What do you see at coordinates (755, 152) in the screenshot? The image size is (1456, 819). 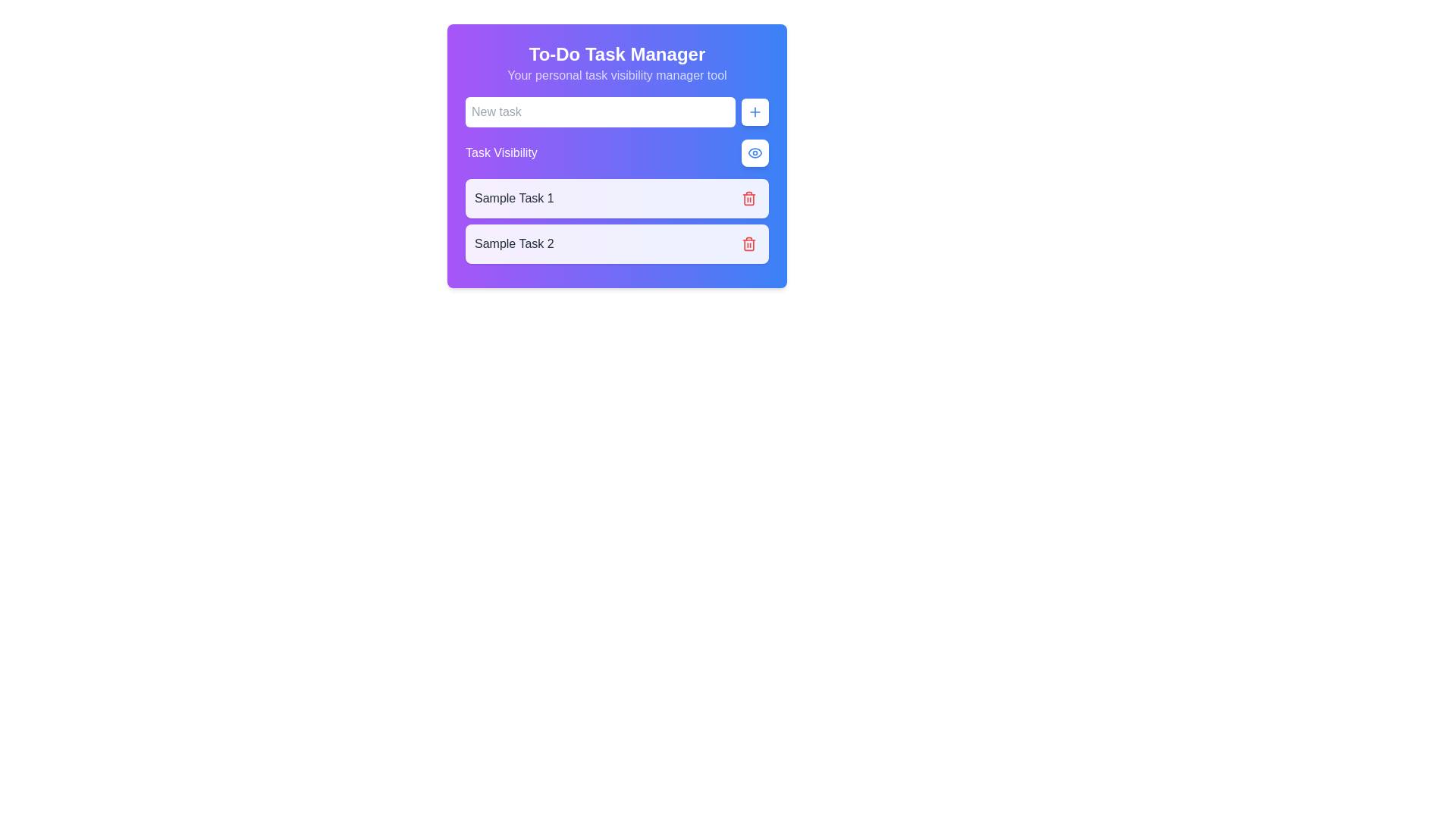 I see `the button with an icon that controls the visibility of tasks, located to the right of the 'Task Visibility' label` at bounding box center [755, 152].